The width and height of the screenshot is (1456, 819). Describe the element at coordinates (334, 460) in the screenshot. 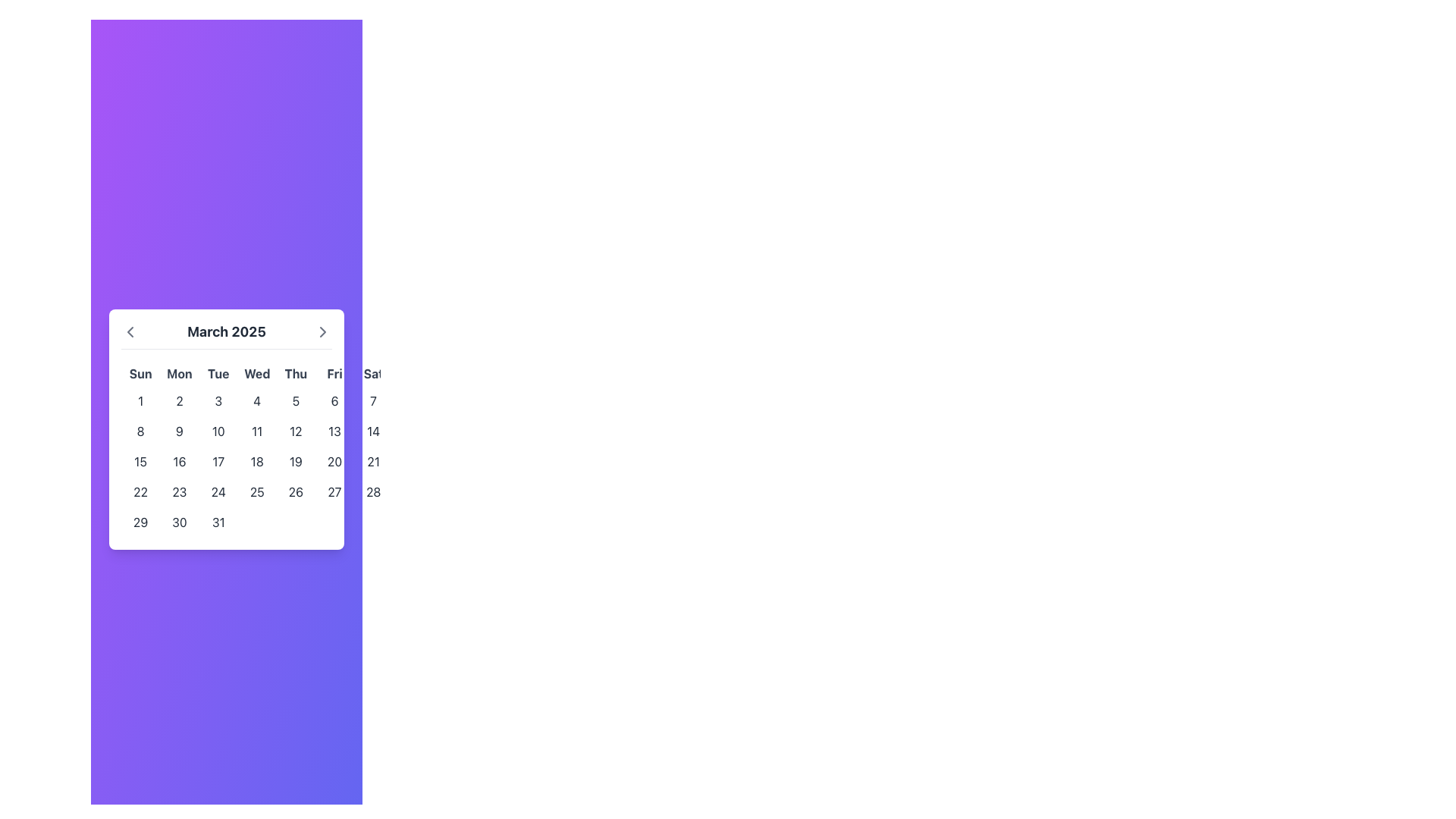

I see `the Calendar Date Cell containing the number '20'` at that location.